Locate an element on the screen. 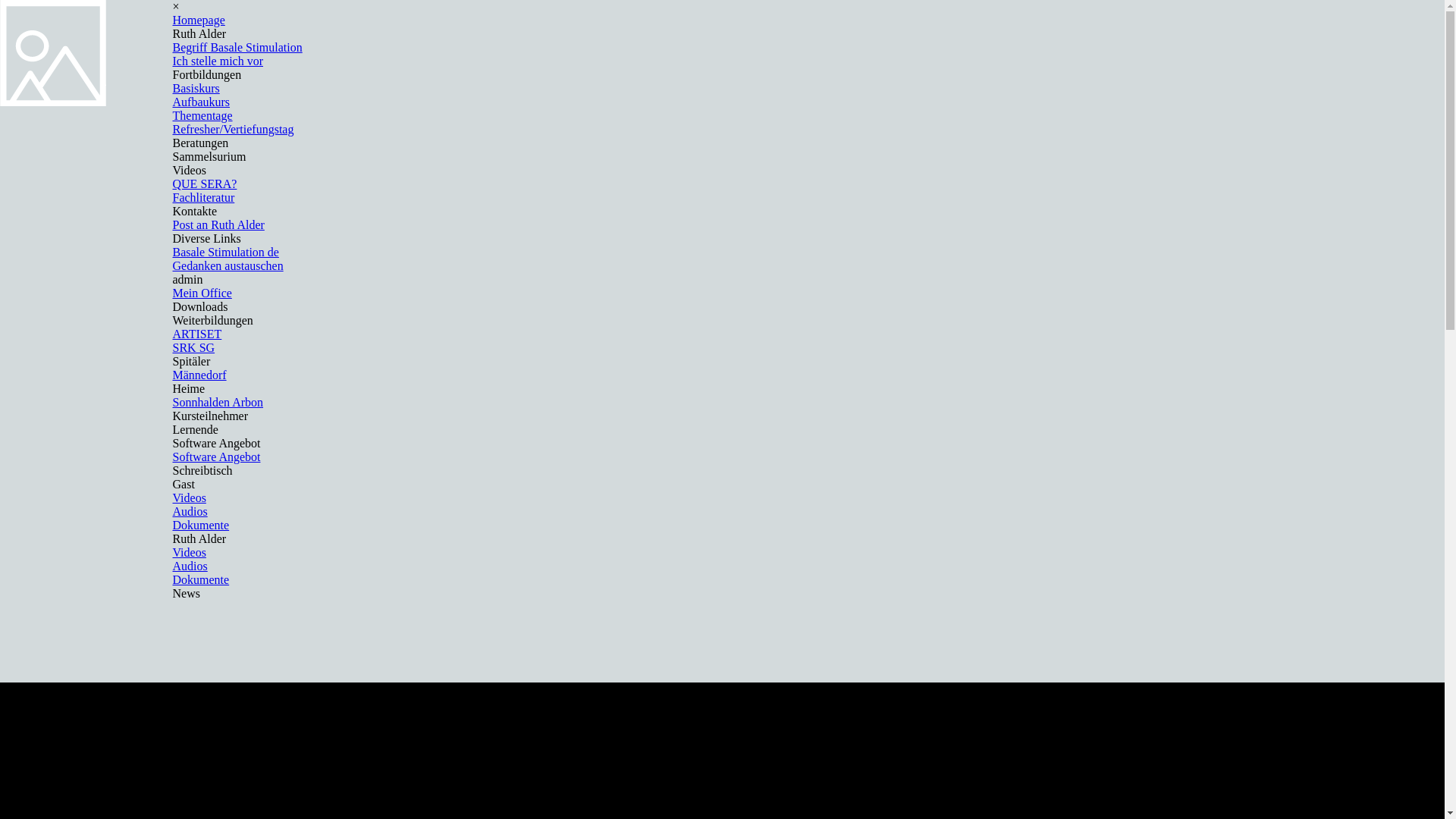  'Videos' is located at coordinates (188, 552).